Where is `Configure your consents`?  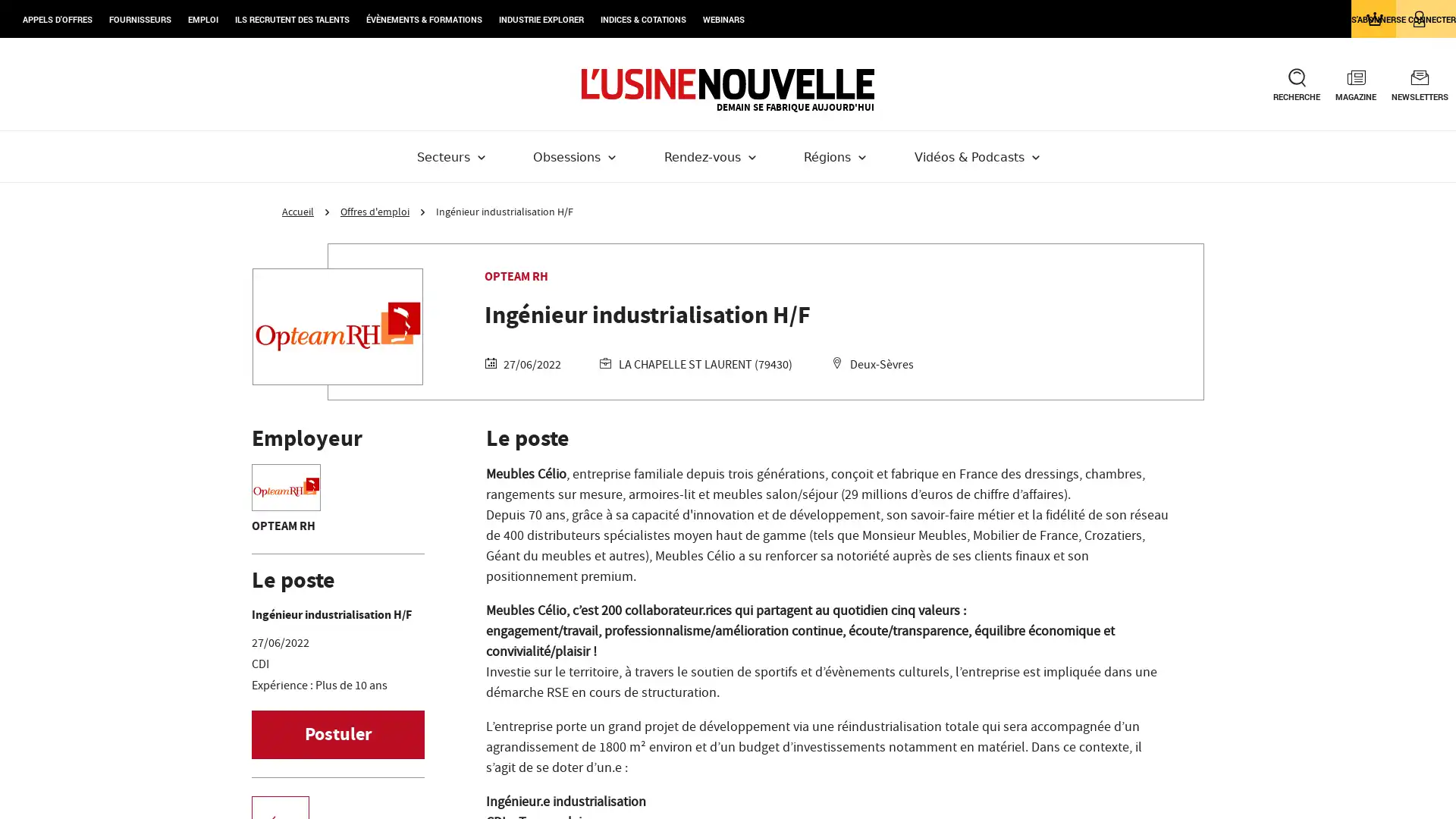 Configure your consents is located at coordinates (651, 547).